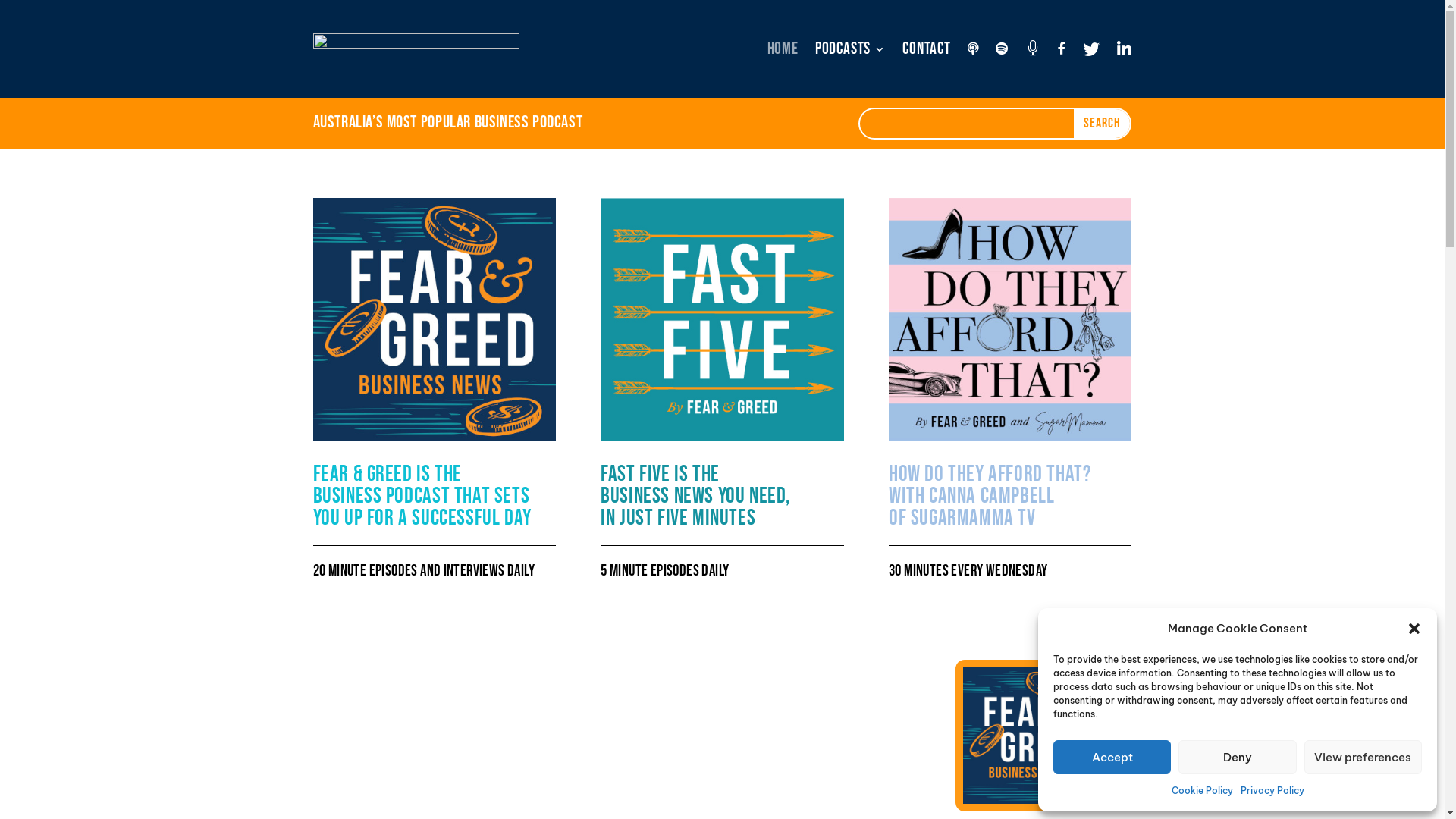 Image resolution: width=1456 pixels, height=819 pixels. I want to click on 'Cookie Policy', so click(1200, 789).